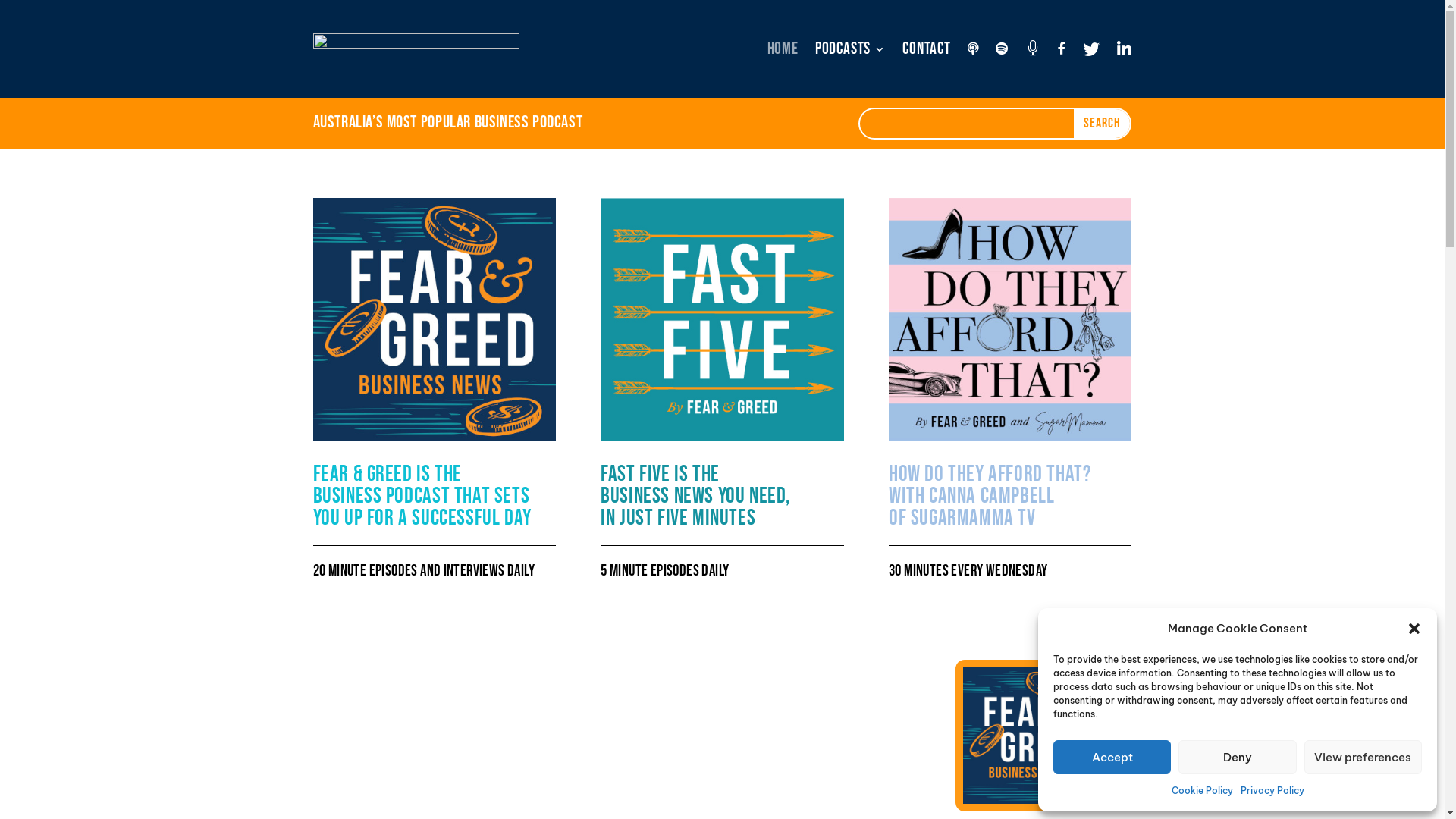 Image resolution: width=1456 pixels, height=819 pixels. I want to click on 'Cookie Policy', so click(1200, 789).